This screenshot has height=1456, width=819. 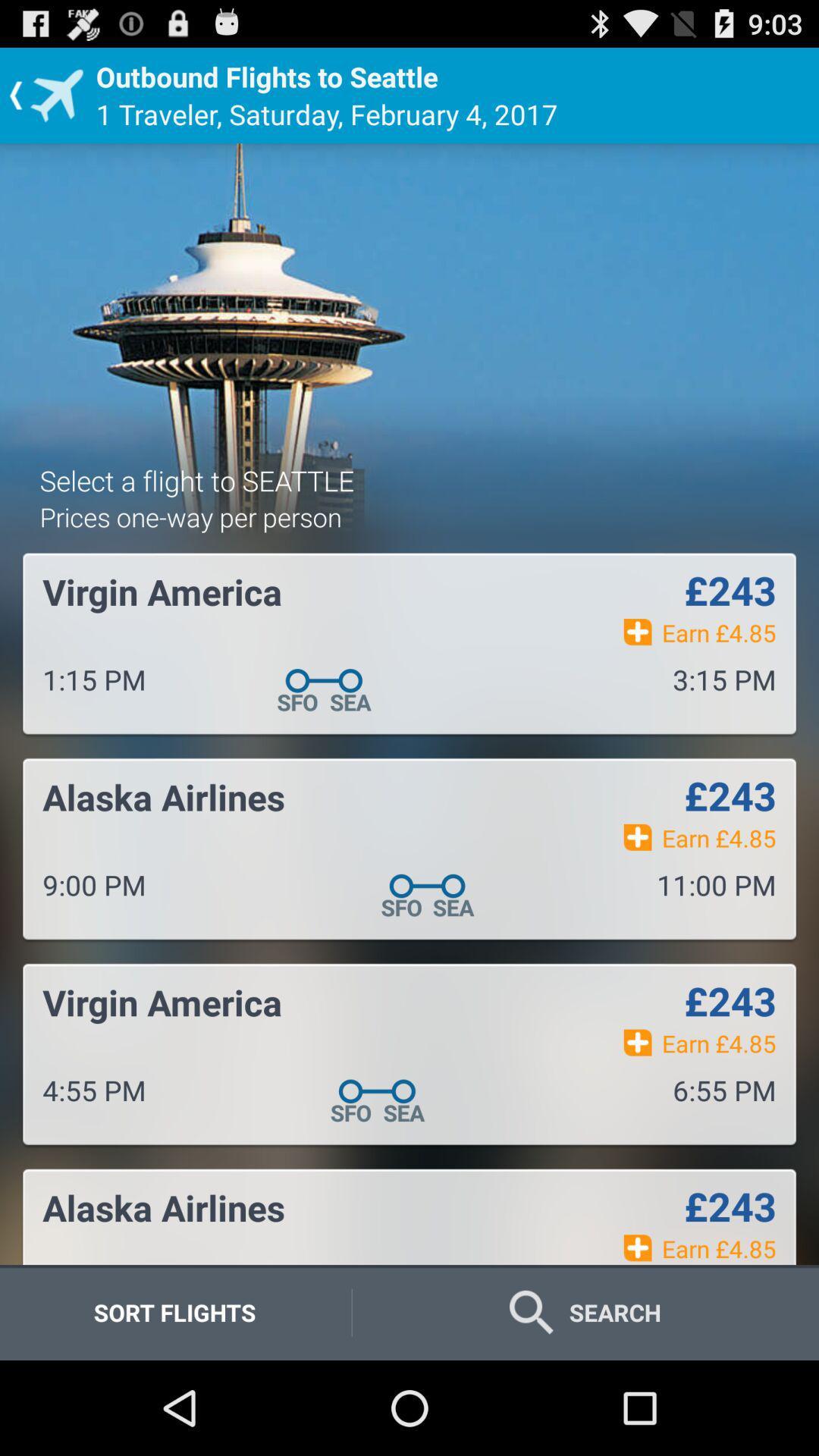 I want to click on icon above the prices one way icon, so click(x=196, y=479).